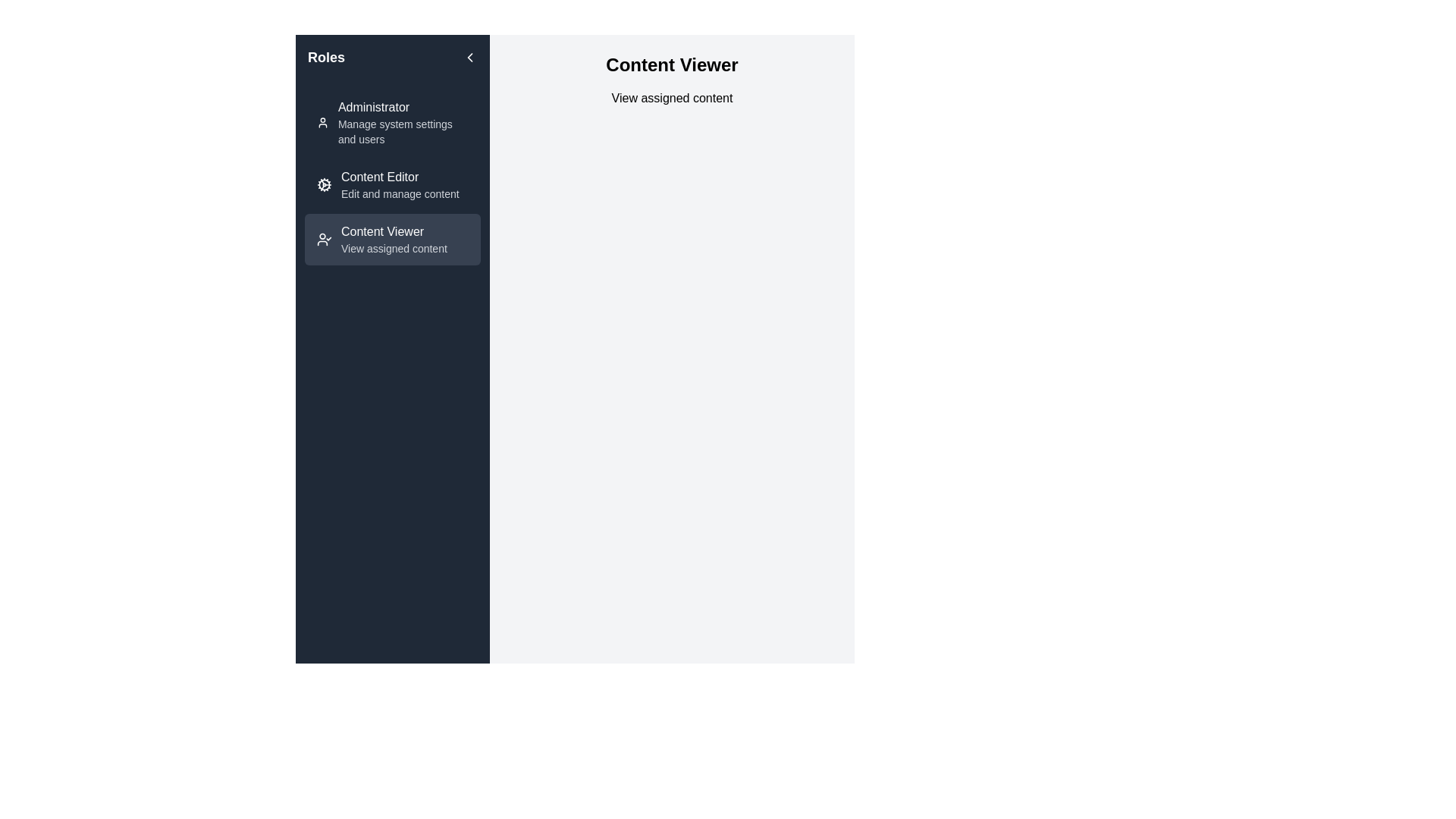  Describe the element at coordinates (403, 107) in the screenshot. I see `'Administrator' text label displayed in medium-weight font located at the top of the left sidebar under the 'Roles' section` at that location.